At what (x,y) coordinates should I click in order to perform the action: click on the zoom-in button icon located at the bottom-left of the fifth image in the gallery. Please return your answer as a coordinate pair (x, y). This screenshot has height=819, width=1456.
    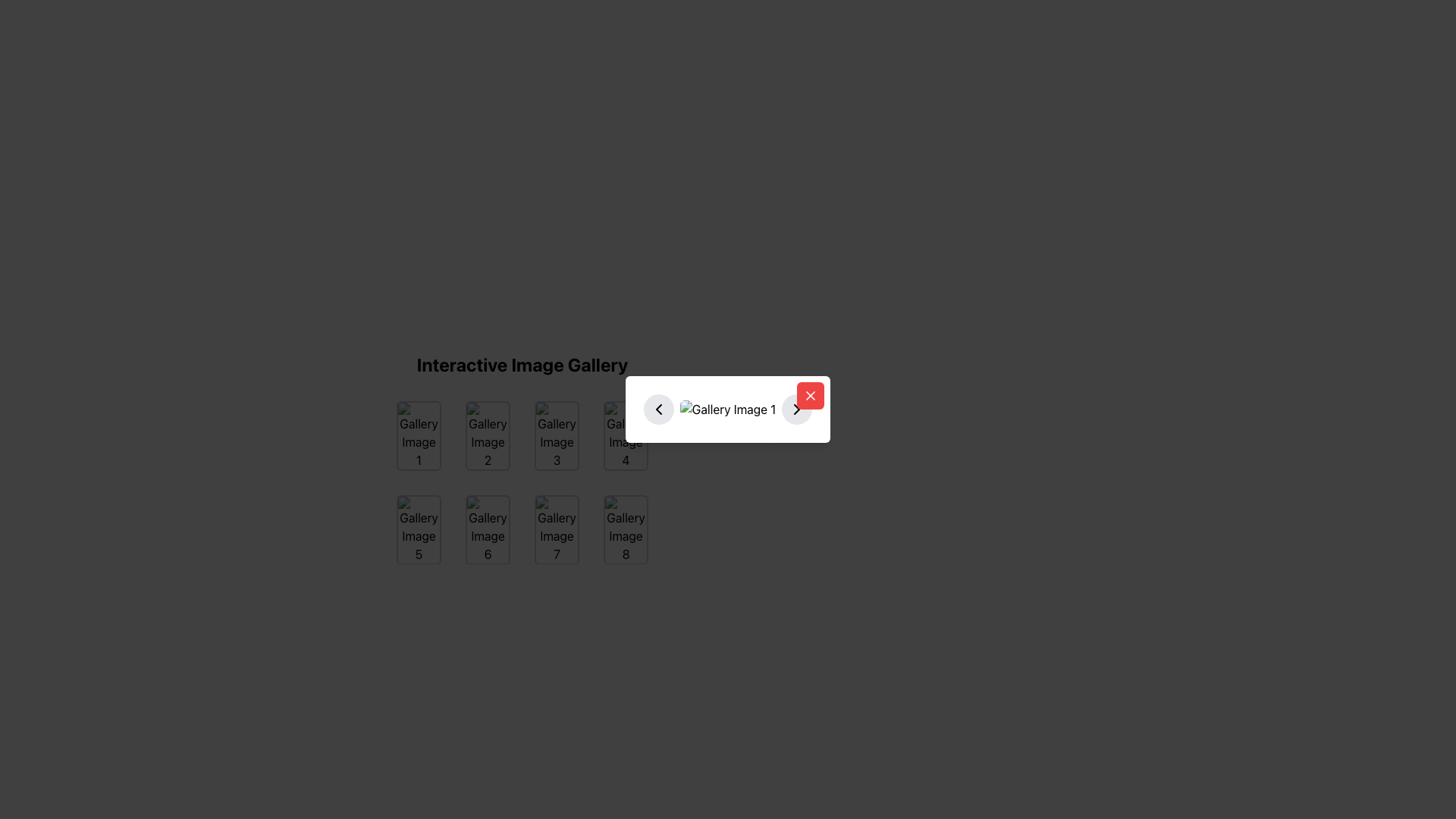
    Looking at the image, I should click on (419, 529).